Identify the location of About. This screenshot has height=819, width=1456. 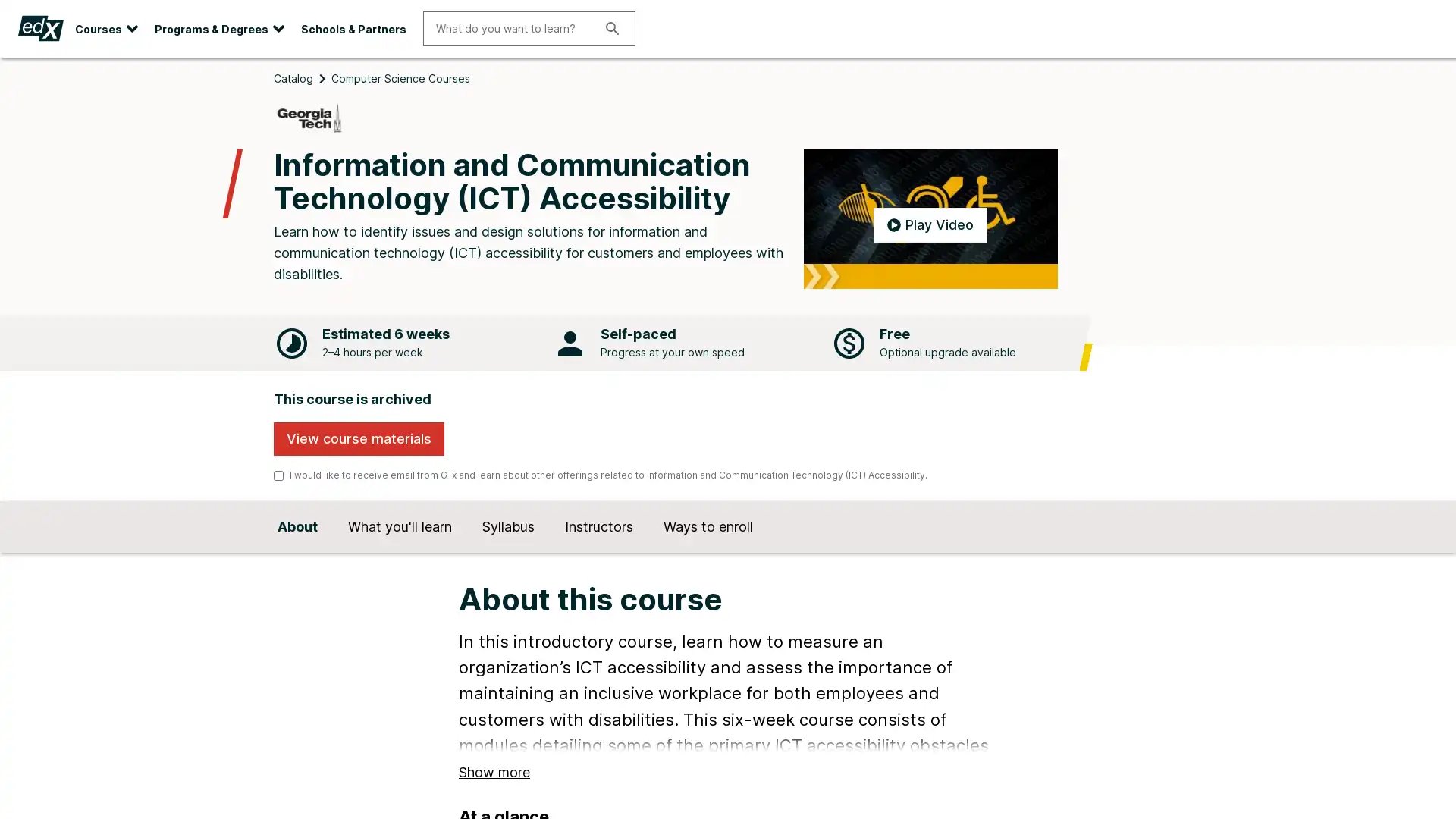
(297, 552).